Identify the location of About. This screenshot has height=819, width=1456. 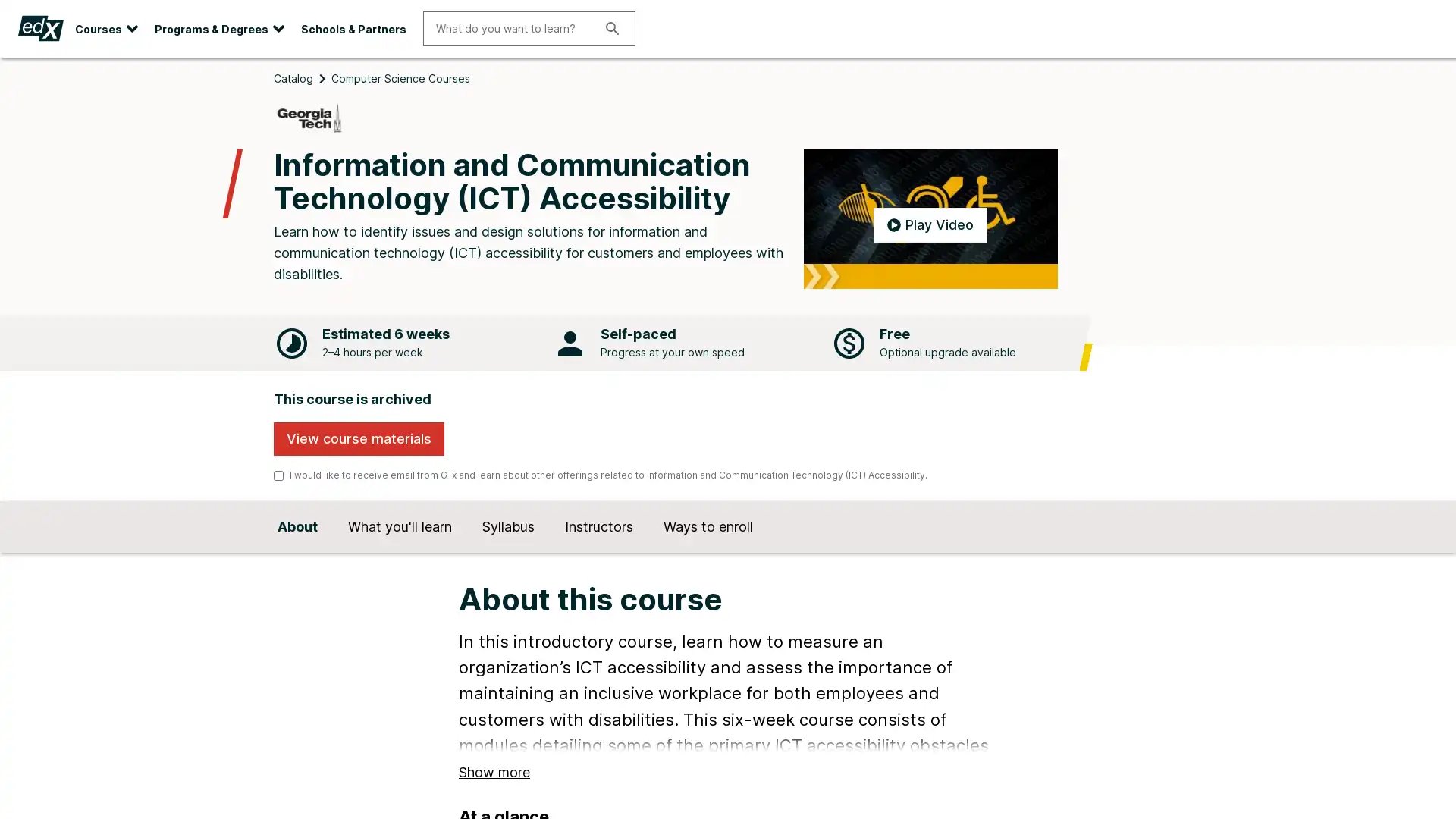
(297, 552).